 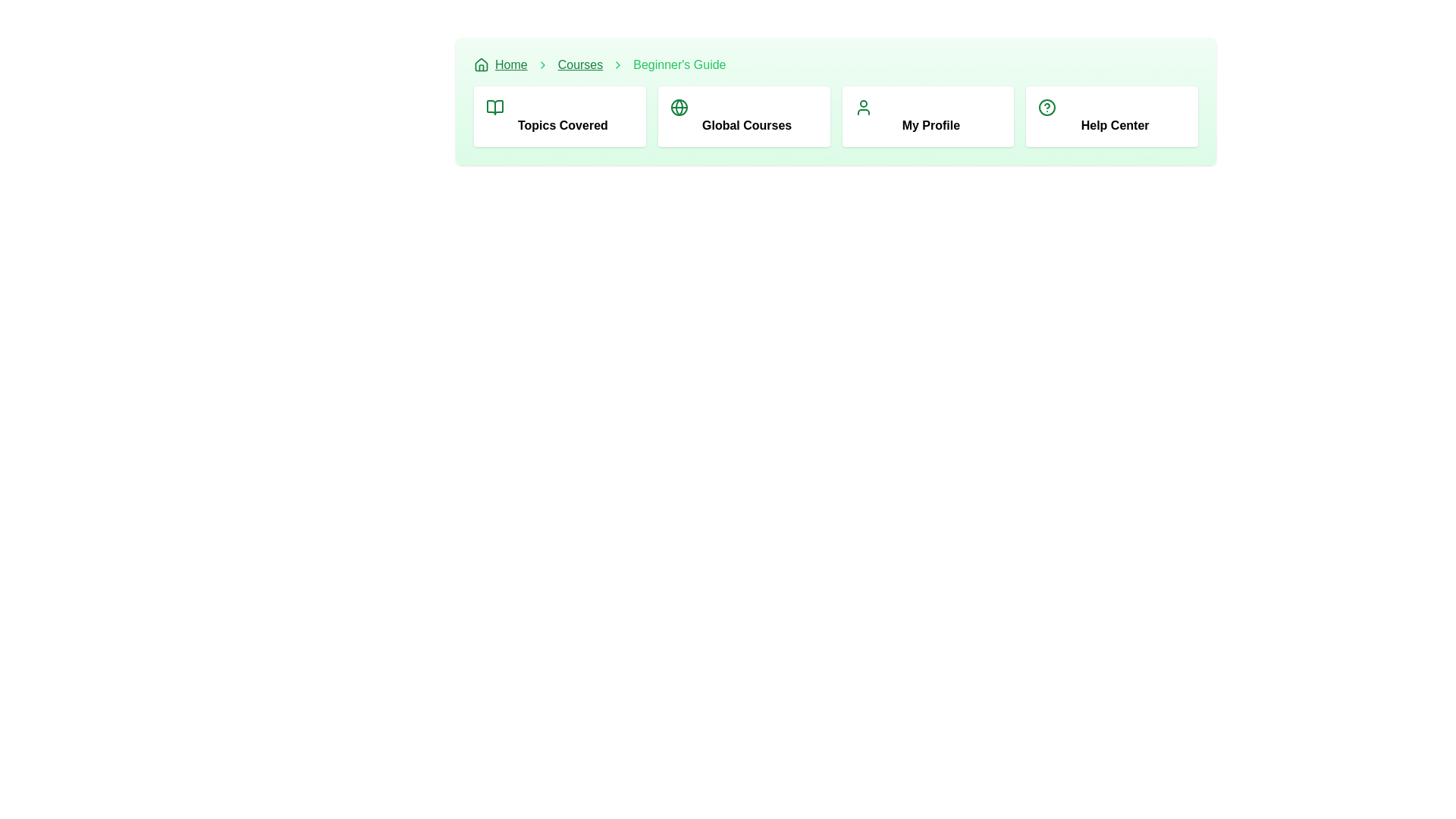 What do you see at coordinates (1046, 107) in the screenshot?
I see `the circular SVG graphic element that is part of the Help Center button located in the top-right navigation menu of the interface` at bounding box center [1046, 107].